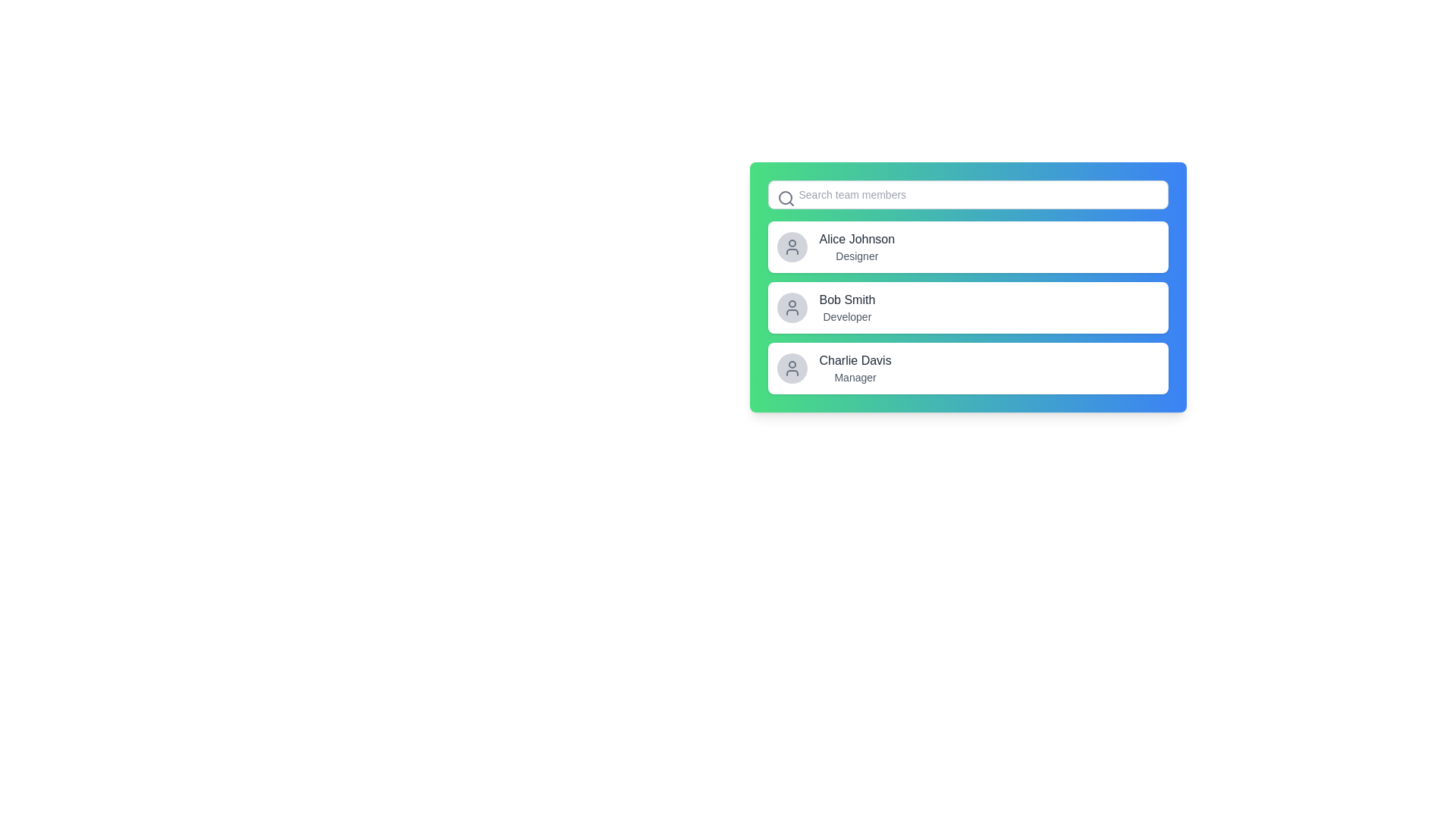  What do you see at coordinates (791, 307) in the screenshot?
I see `the user avatar representing 'Bob Smith'` at bounding box center [791, 307].